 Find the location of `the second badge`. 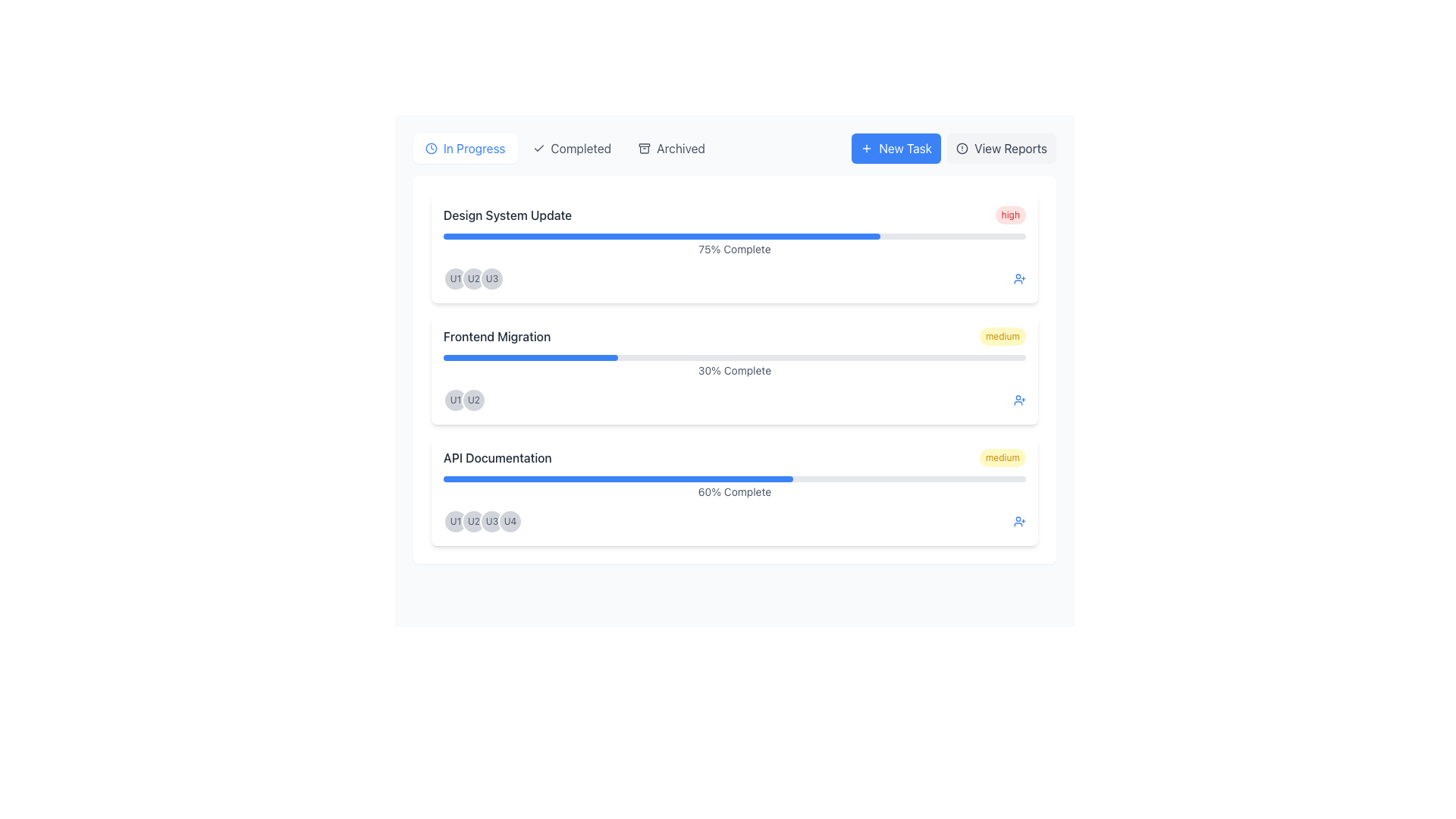

the second badge is located at coordinates (472, 400).